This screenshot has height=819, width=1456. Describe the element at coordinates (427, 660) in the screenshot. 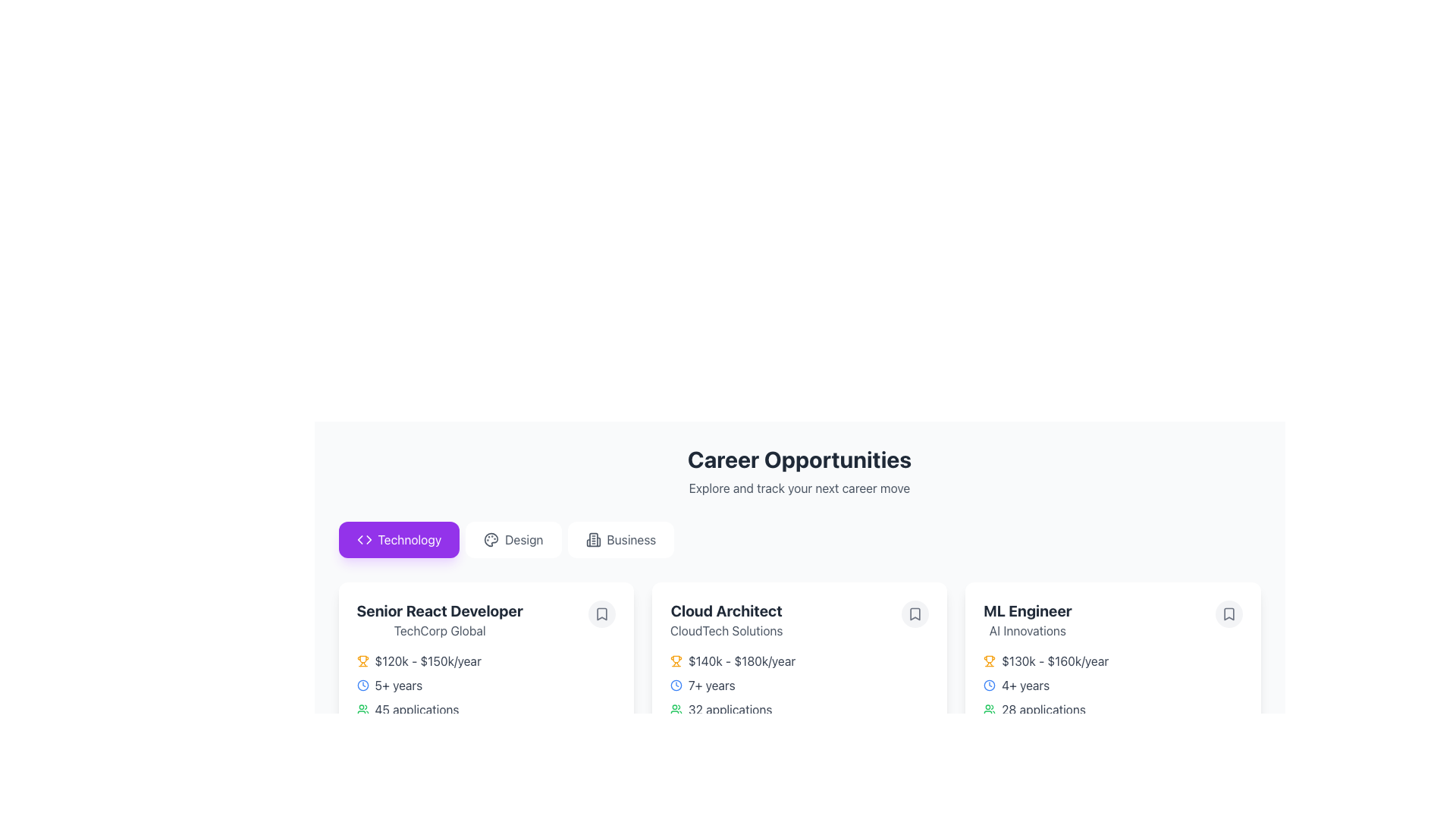

I see `the text label displaying the salary range '$120k - $150k/year' located in the job listing card, which is the second element in the row, immediately to the right of the amber trophy icon` at that location.